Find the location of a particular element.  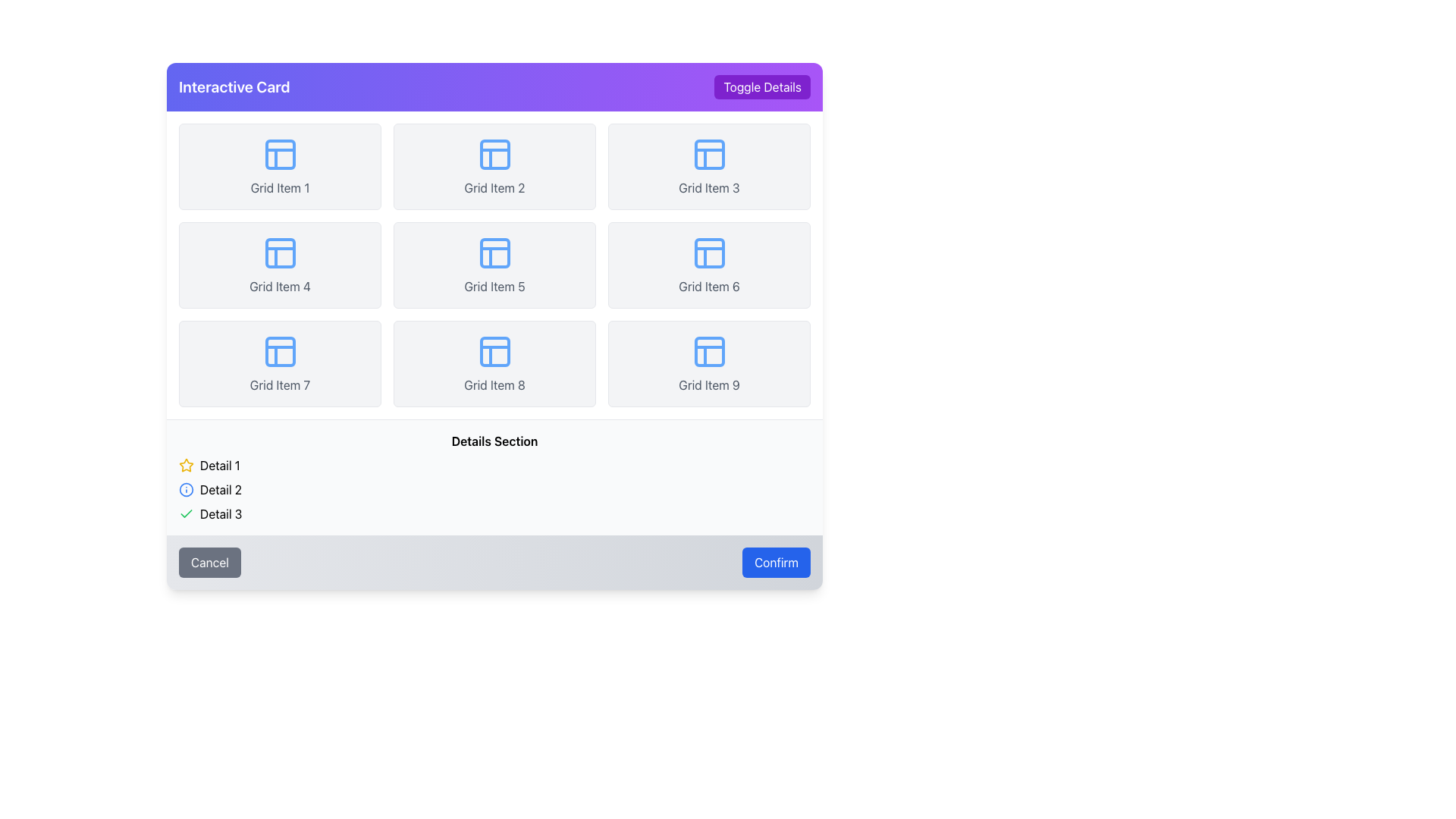

the icon representing 'Grid Item 4', located in the second row and first column of the grid is located at coordinates (280, 253).